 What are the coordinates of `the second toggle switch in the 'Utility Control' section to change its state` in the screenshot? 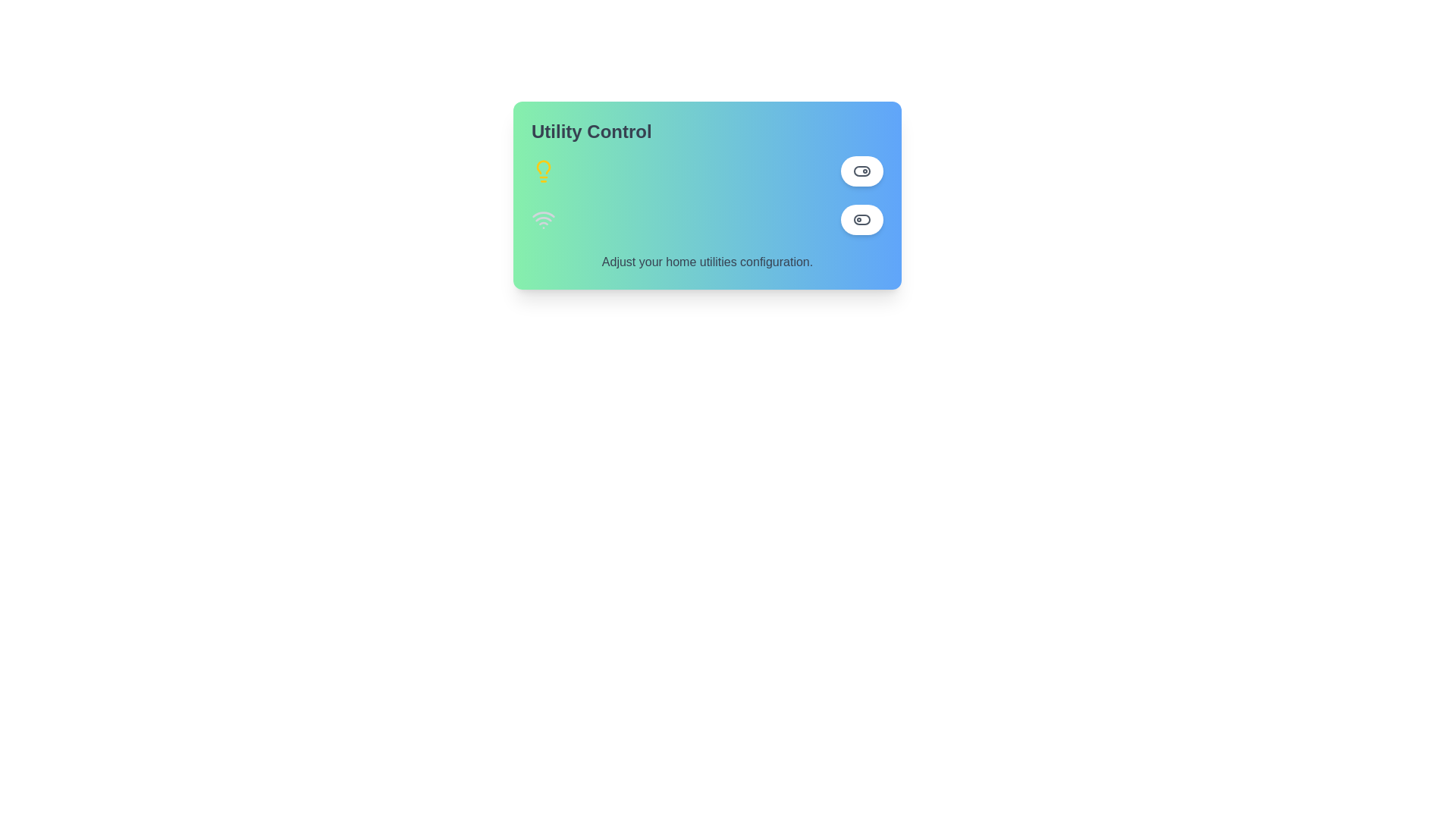 It's located at (862, 219).